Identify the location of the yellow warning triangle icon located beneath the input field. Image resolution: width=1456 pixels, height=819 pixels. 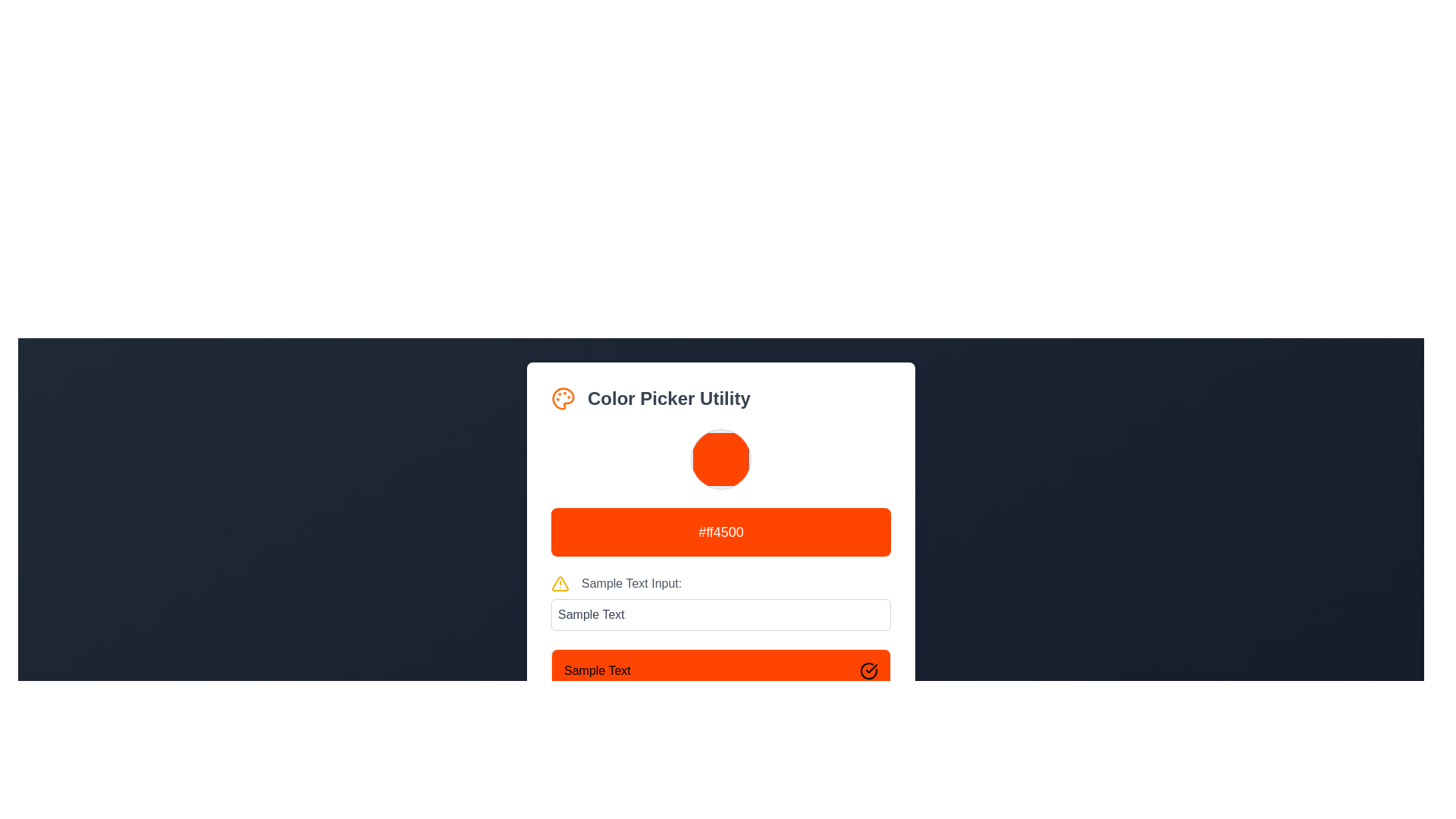
(560, 583).